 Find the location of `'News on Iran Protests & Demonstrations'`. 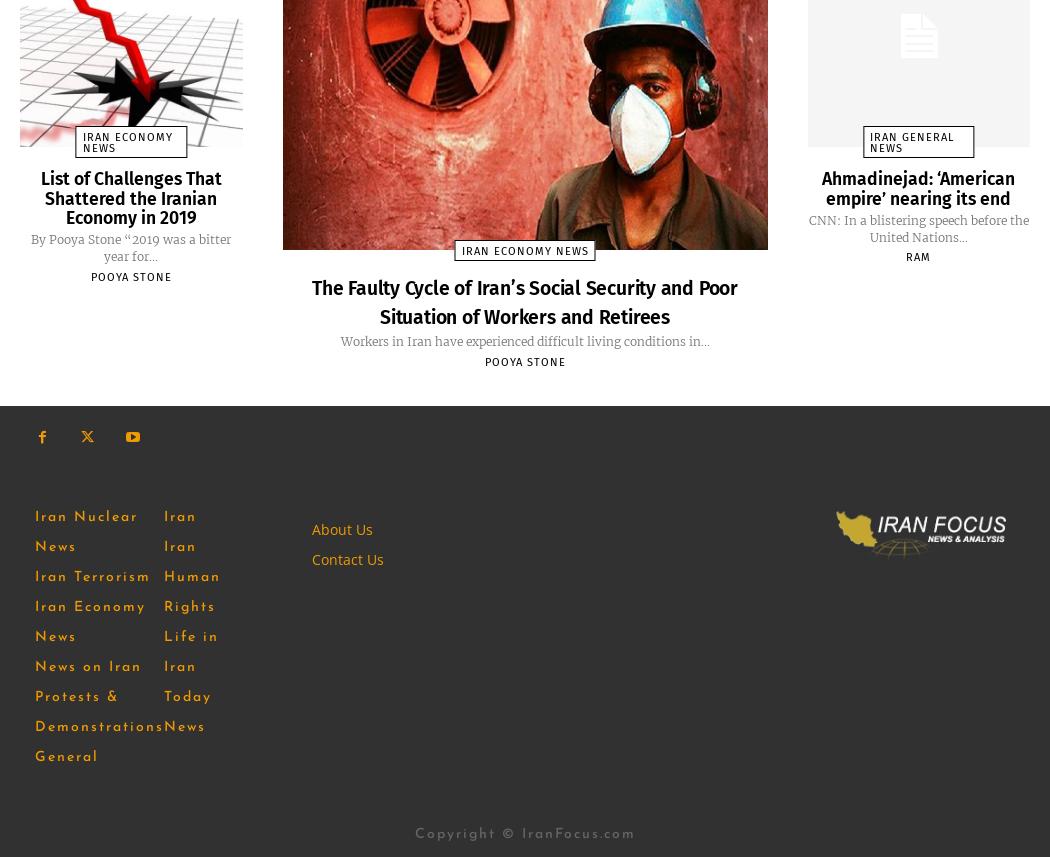

'News on Iran Protests & Demonstrations' is located at coordinates (99, 696).